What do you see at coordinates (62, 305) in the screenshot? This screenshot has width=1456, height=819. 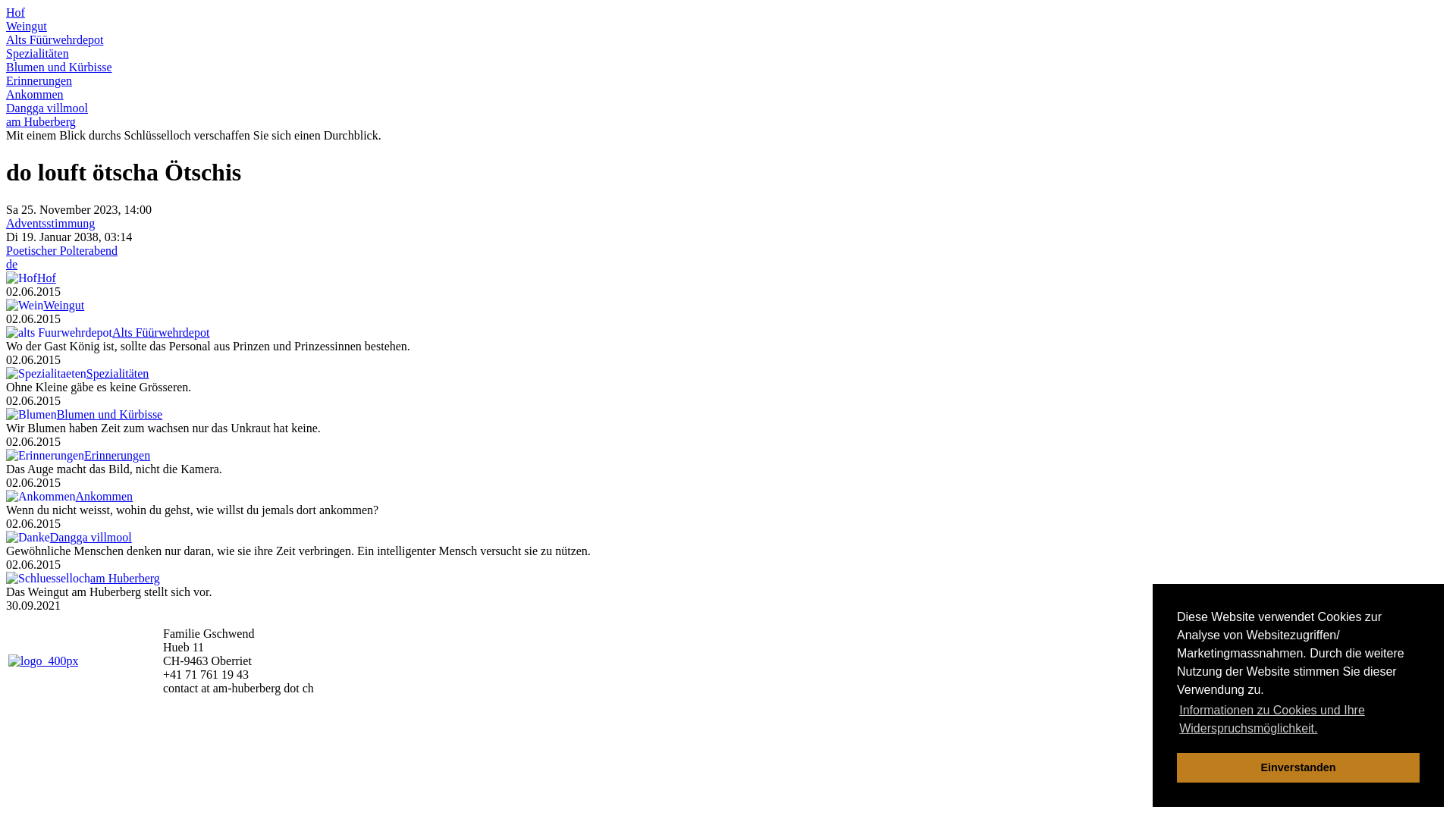 I see `'Weingut'` at bounding box center [62, 305].